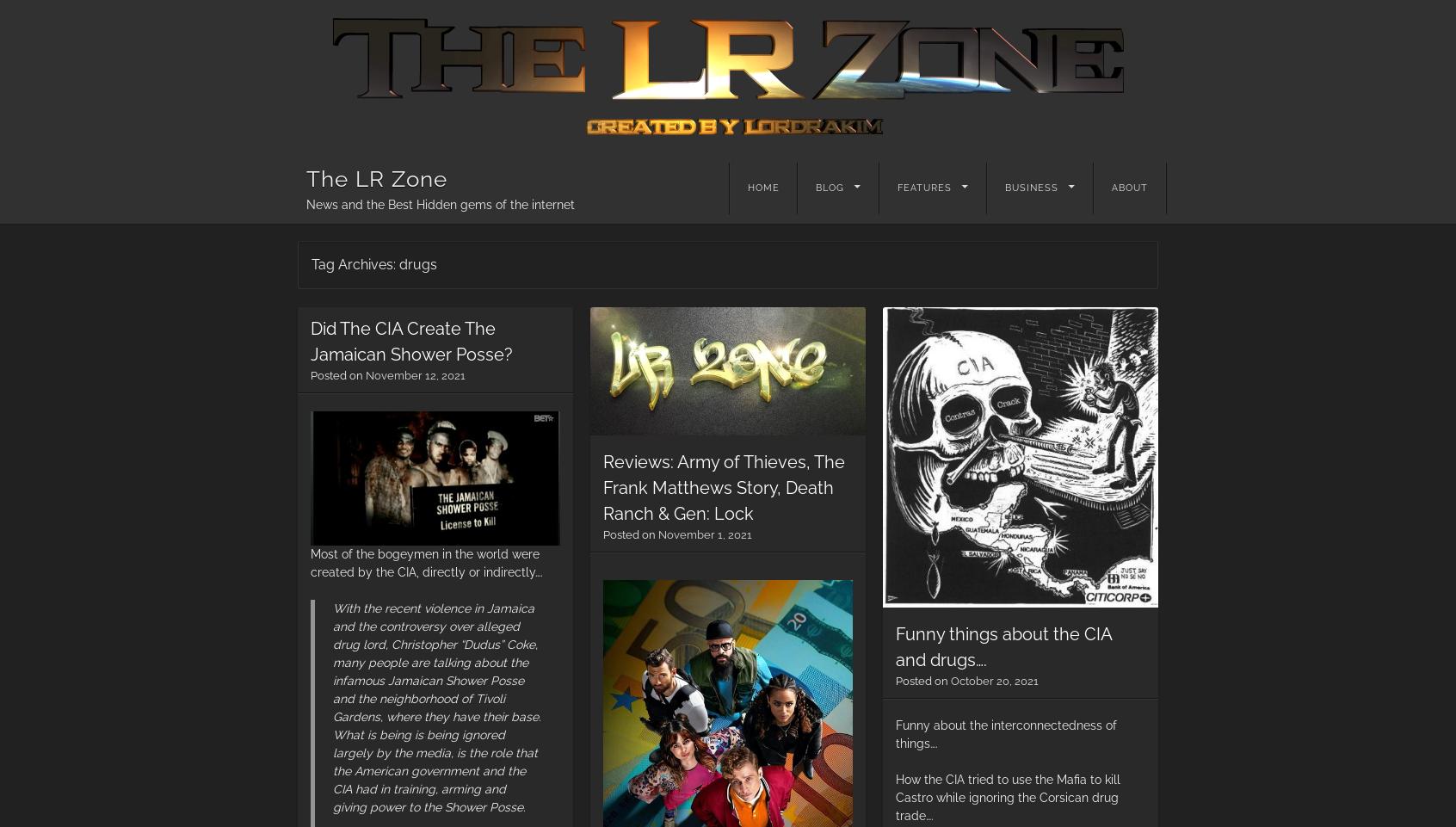  What do you see at coordinates (410, 341) in the screenshot?
I see `'Did The CIA Create The Jamaican Shower Posse?'` at bounding box center [410, 341].